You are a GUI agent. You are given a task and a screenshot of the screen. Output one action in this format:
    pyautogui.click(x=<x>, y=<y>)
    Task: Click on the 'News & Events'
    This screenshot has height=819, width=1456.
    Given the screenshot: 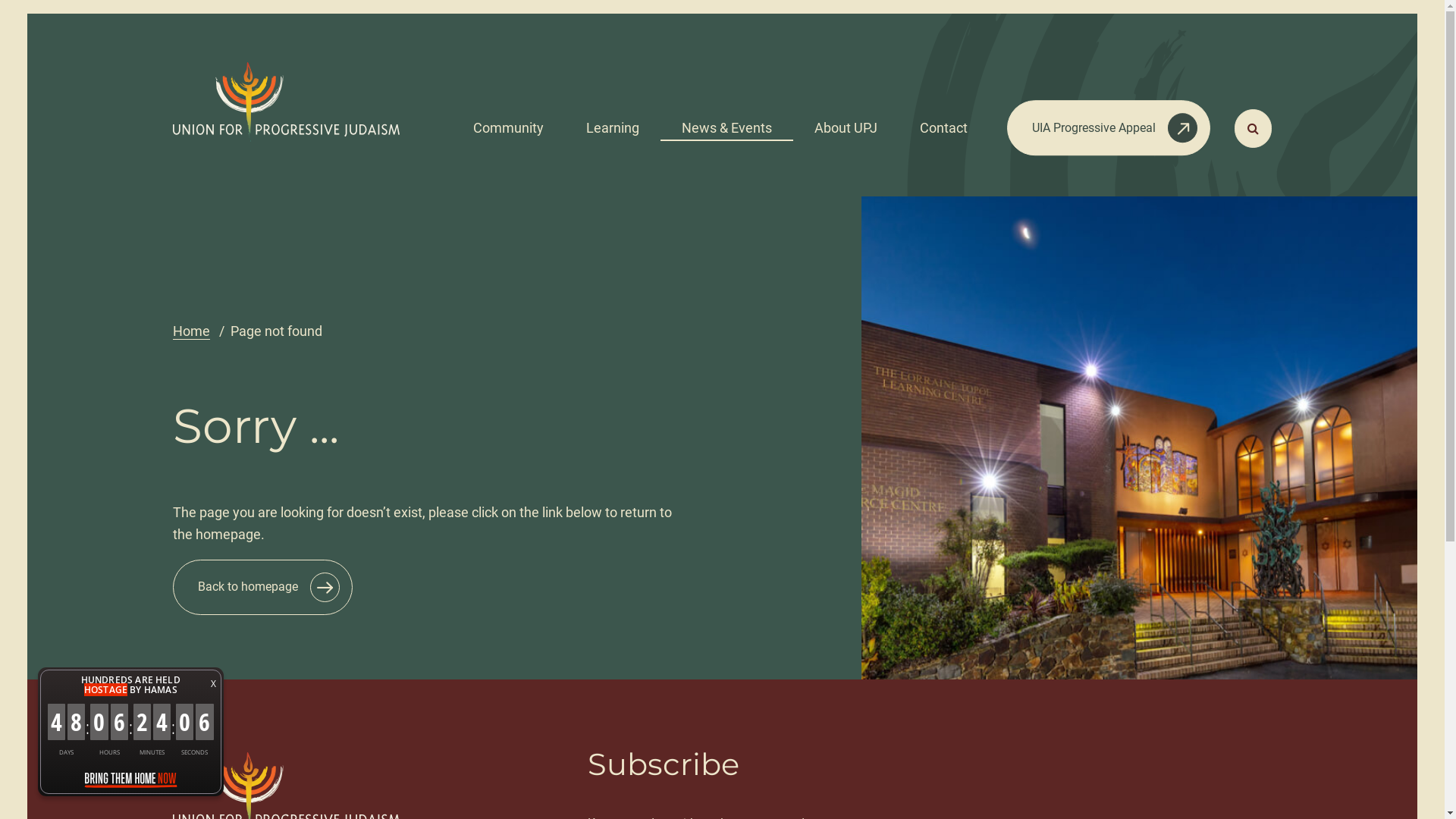 What is the action you would take?
    pyautogui.click(x=726, y=122)
    